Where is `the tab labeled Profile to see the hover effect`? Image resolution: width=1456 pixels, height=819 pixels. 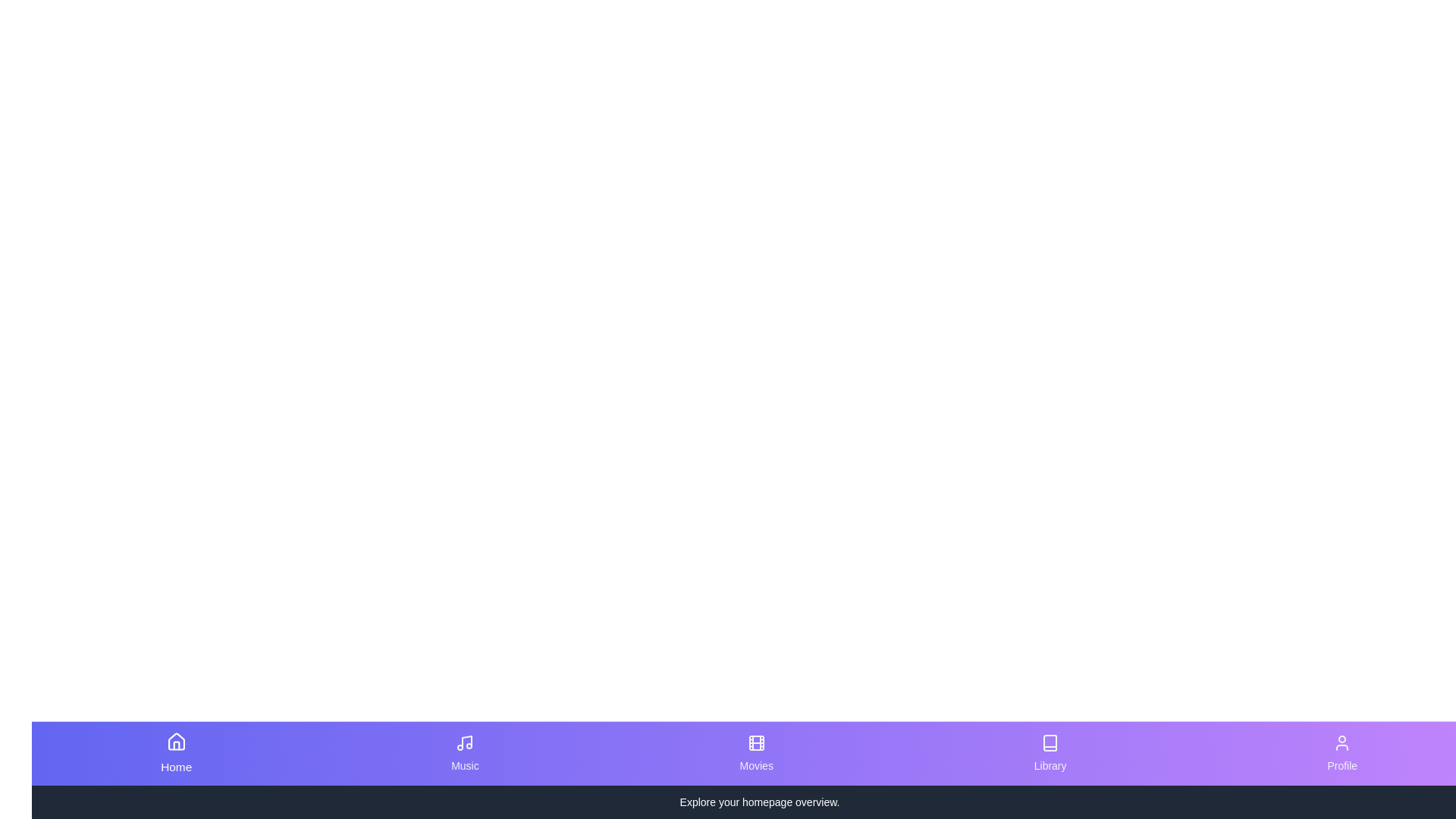 the tab labeled Profile to see the hover effect is located at coordinates (1342, 754).